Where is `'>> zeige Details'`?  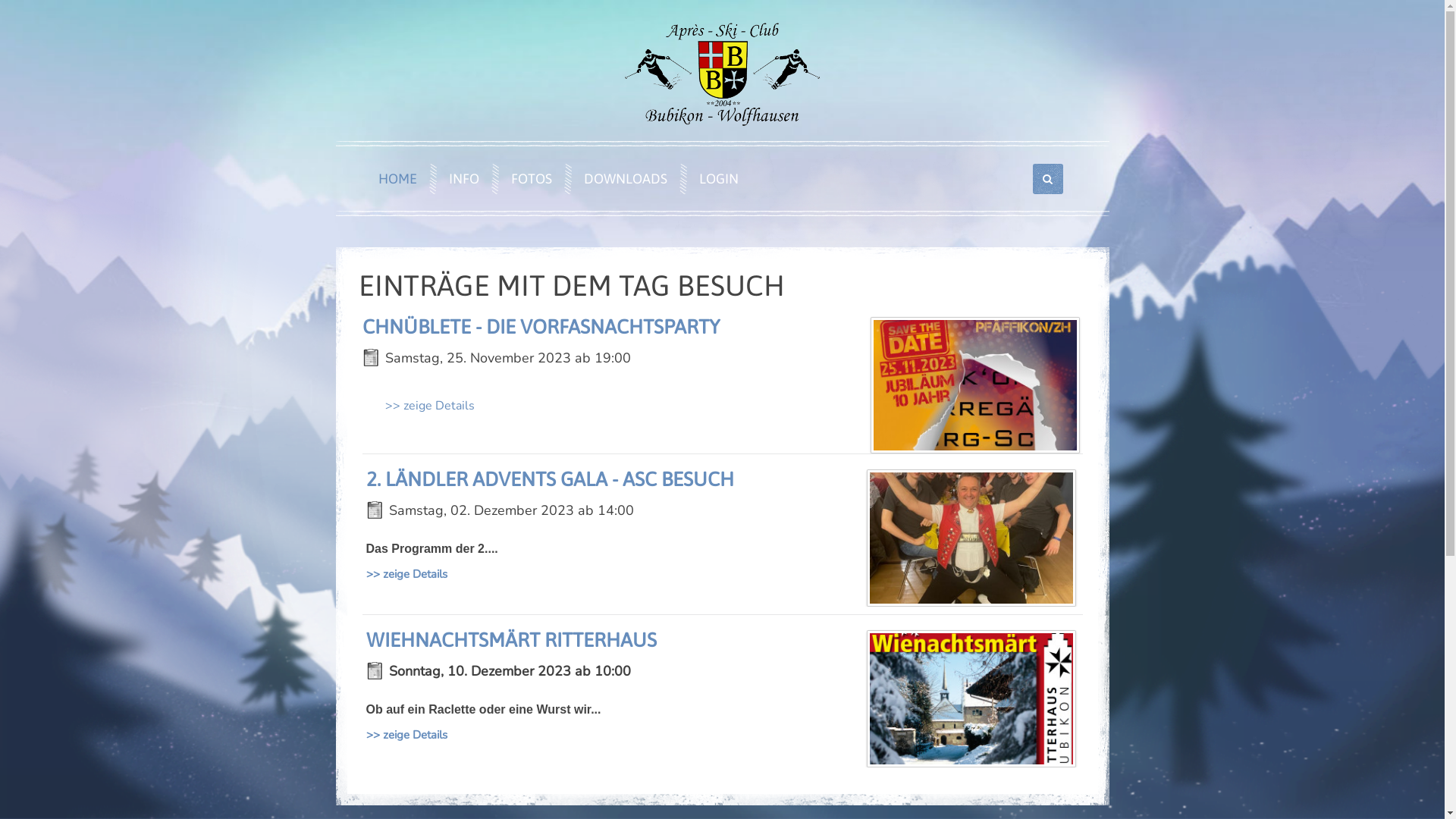 '>> zeige Details' is located at coordinates (406, 573).